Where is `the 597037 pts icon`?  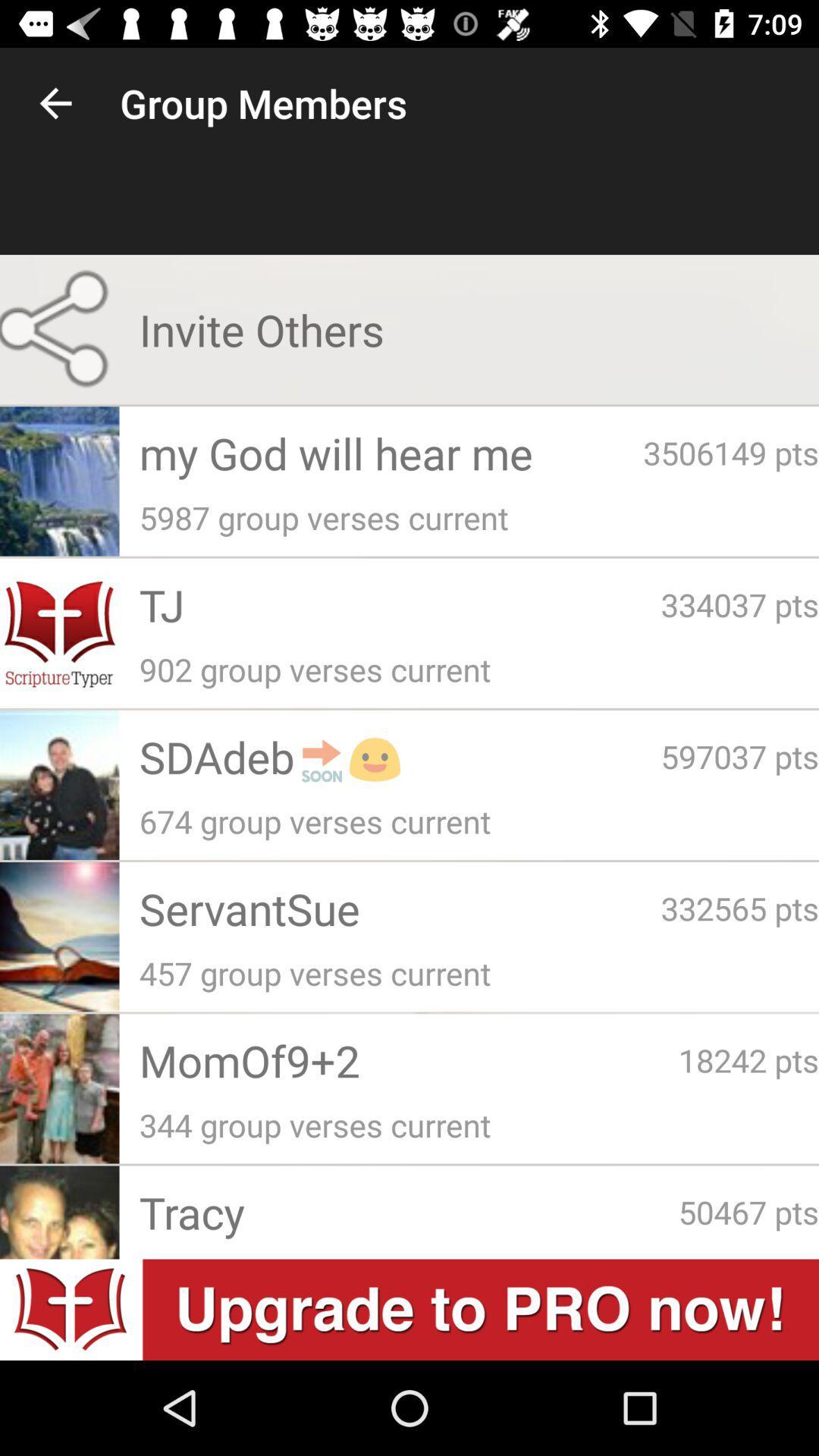
the 597037 pts icon is located at coordinates (739, 756).